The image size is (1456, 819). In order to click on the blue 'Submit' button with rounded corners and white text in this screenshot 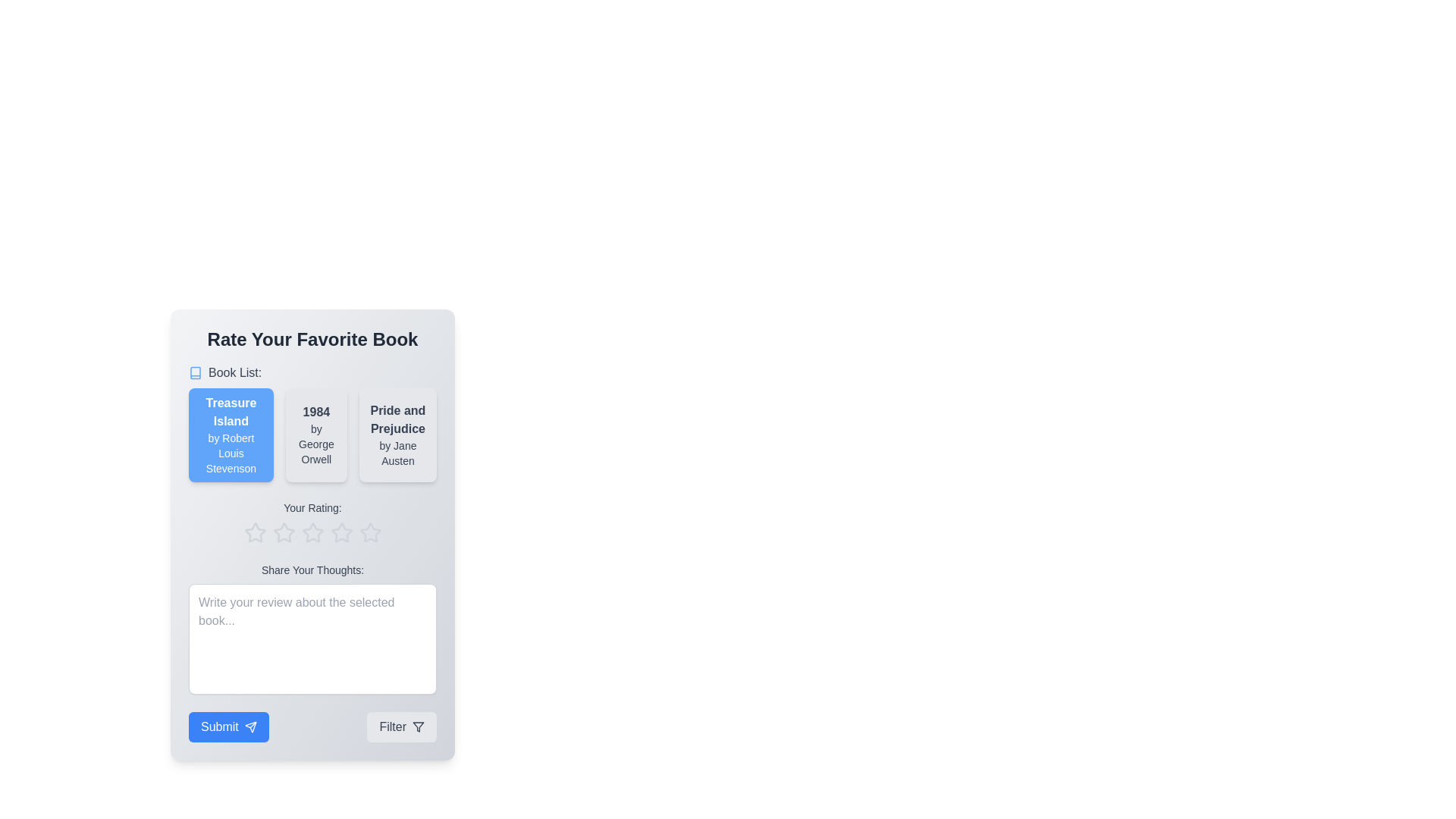, I will do `click(227, 726)`.